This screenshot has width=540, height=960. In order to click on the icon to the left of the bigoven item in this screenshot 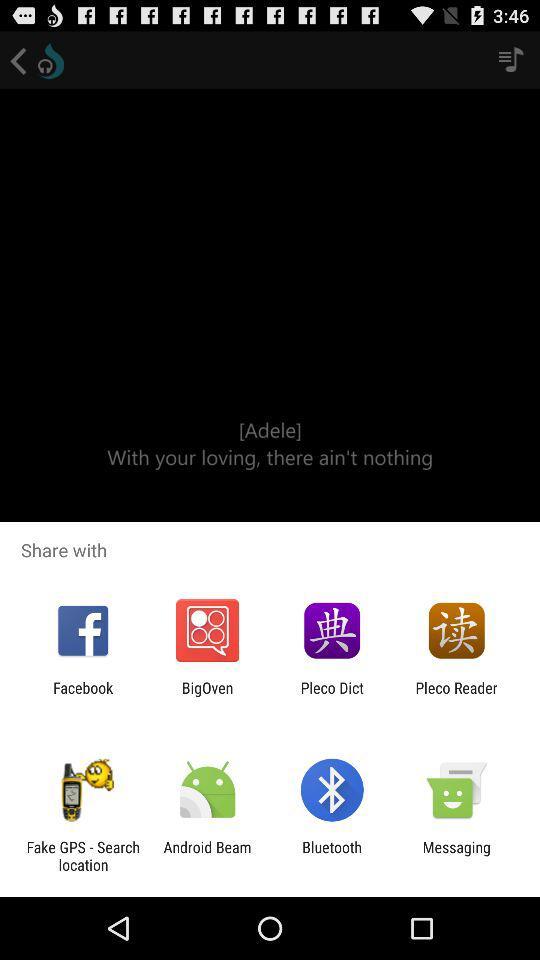, I will do `click(82, 696)`.